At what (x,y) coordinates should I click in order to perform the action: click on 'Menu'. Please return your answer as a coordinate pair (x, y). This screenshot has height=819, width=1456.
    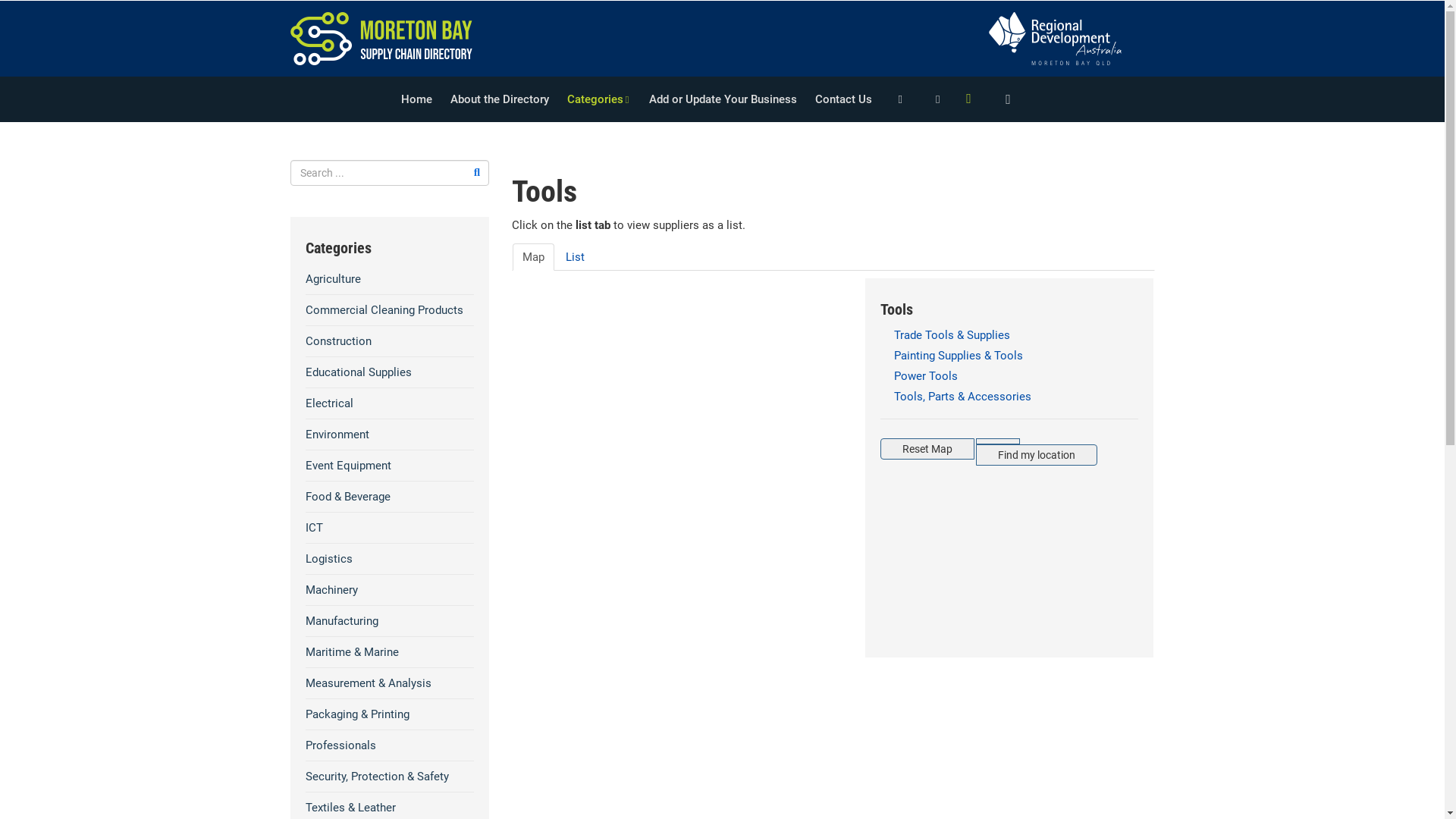
    Looking at the image, I should click on (967, 99).